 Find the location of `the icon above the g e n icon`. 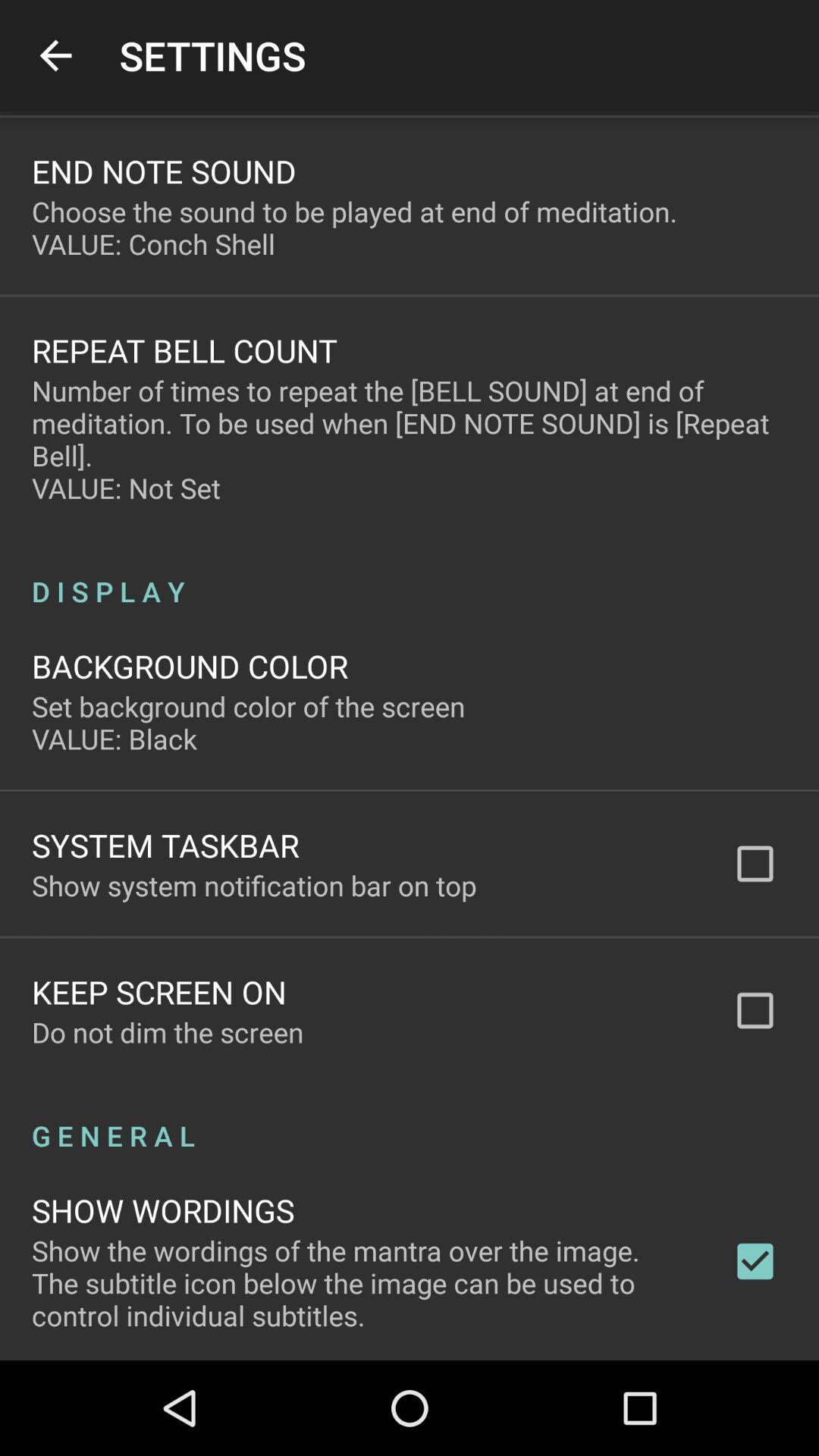

the icon above the g e n icon is located at coordinates (168, 1031).